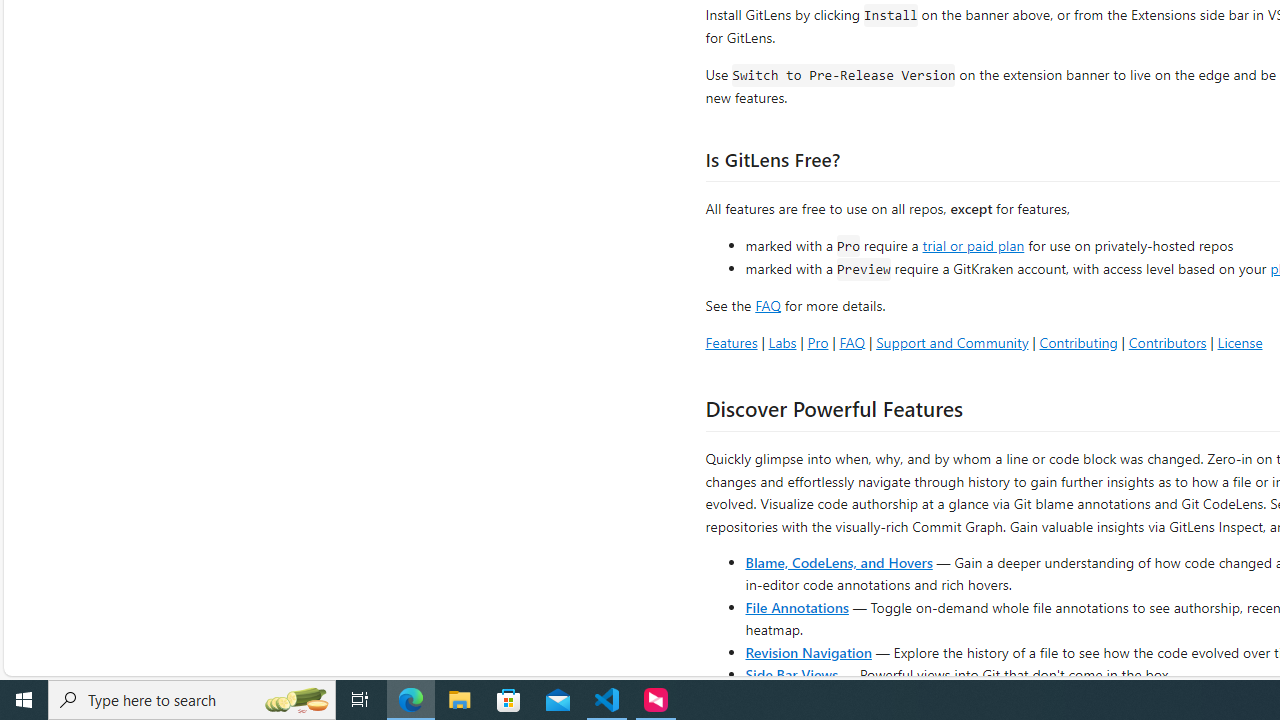  Describe the element at coordinates (808, 651) in the screenshot. I see `'Revision Navigation'` at that location.